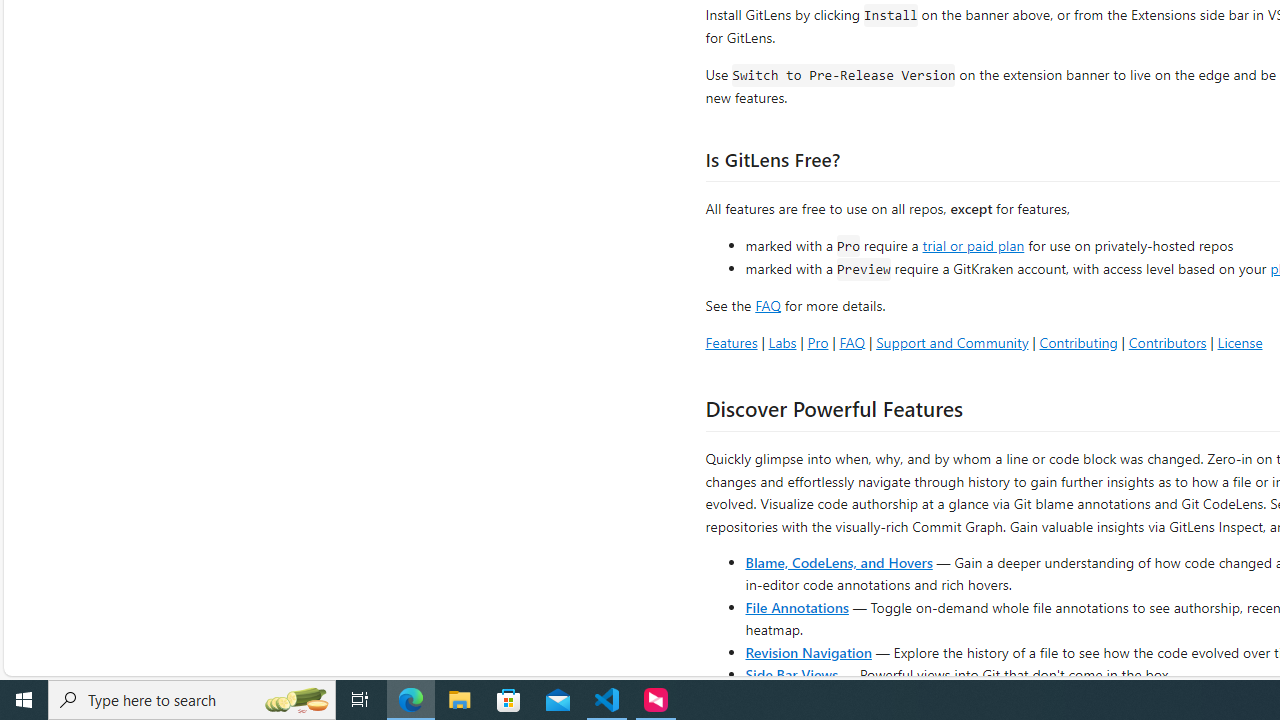  Describe the element at coordinates (808, 651) in the screenshot. I see `'Revision Navigation'` at that location.